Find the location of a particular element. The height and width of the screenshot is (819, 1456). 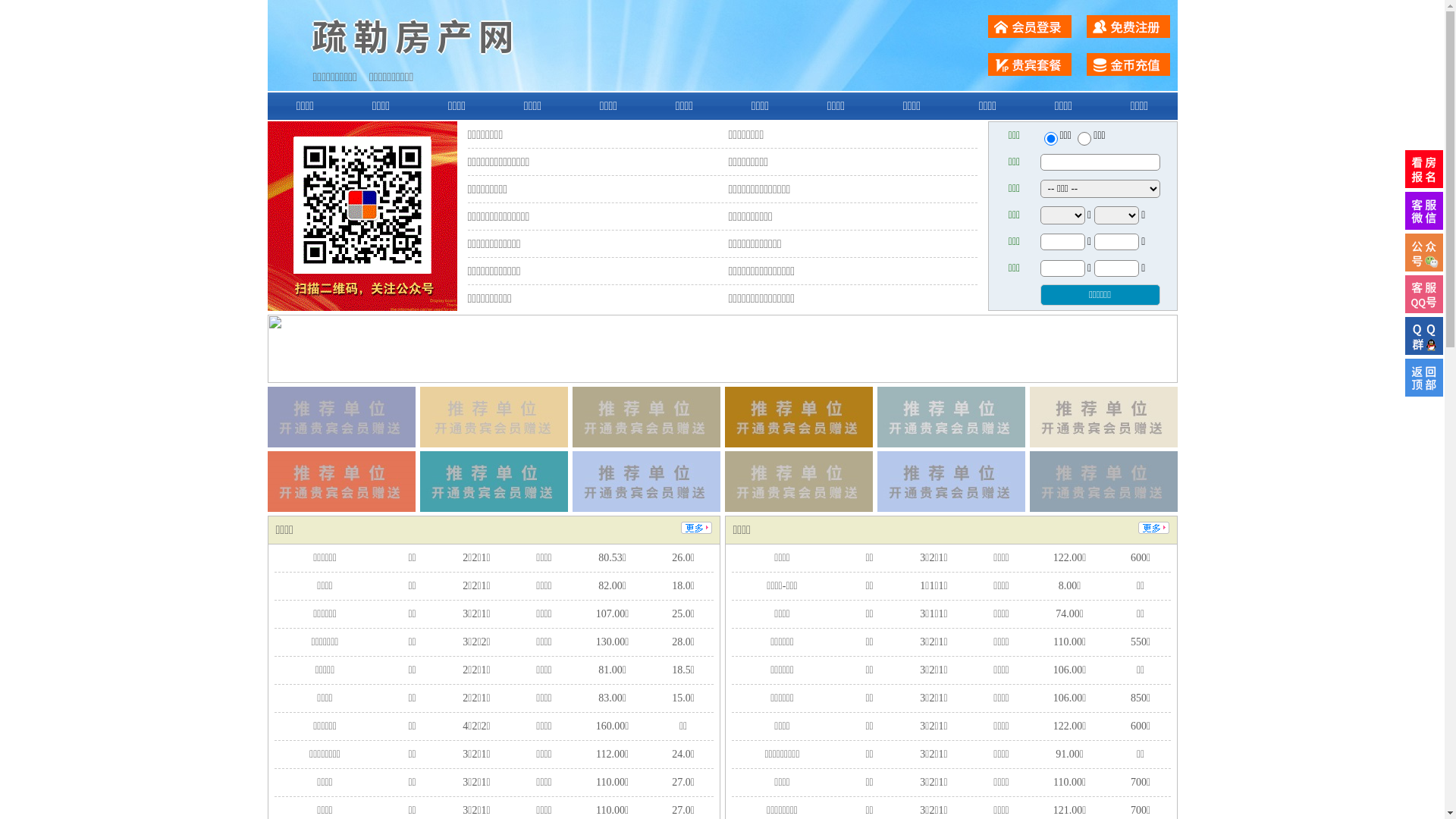

'ershou' is located at coordinates (1050, 138).